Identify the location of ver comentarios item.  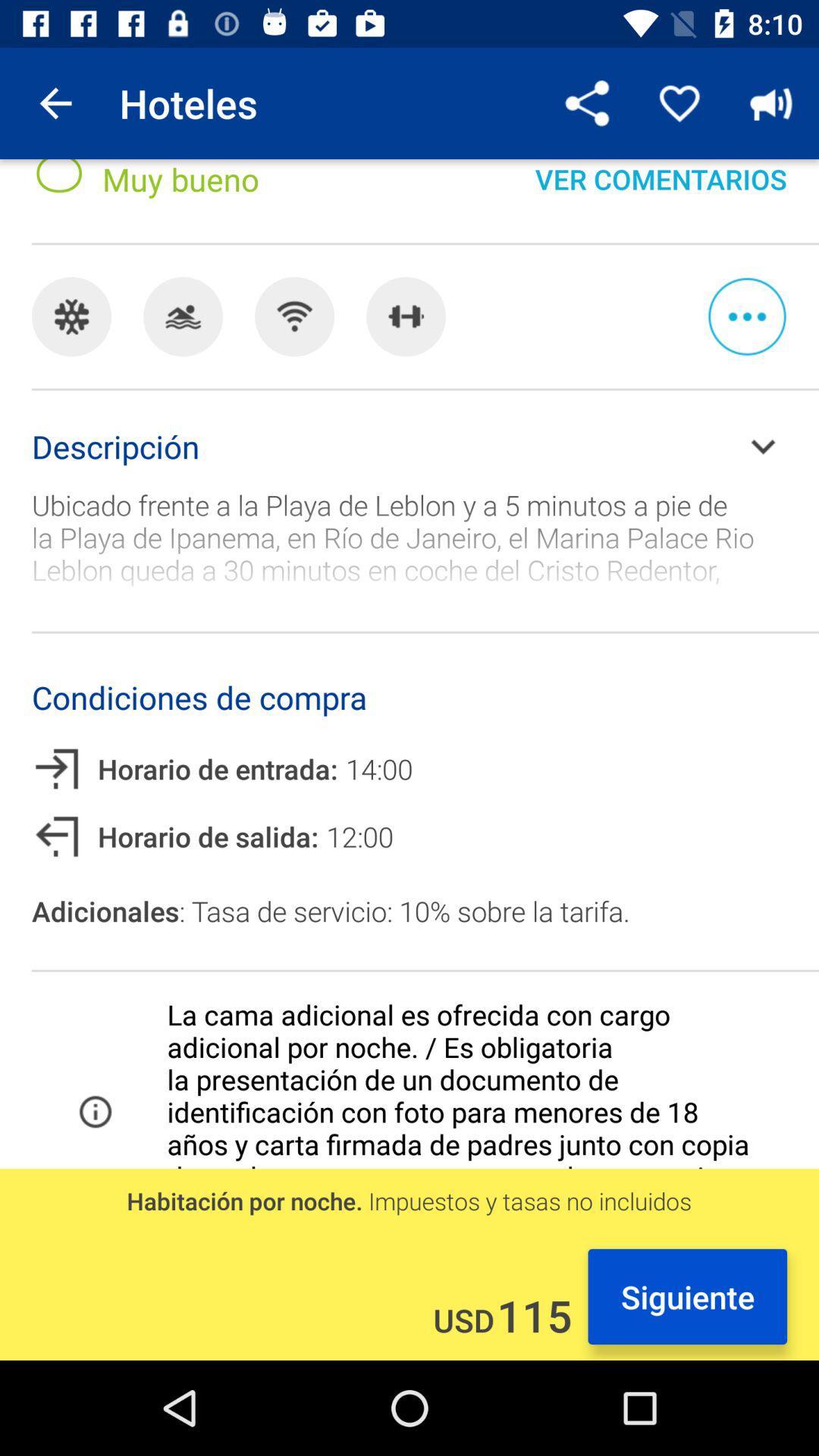
(660, 192).